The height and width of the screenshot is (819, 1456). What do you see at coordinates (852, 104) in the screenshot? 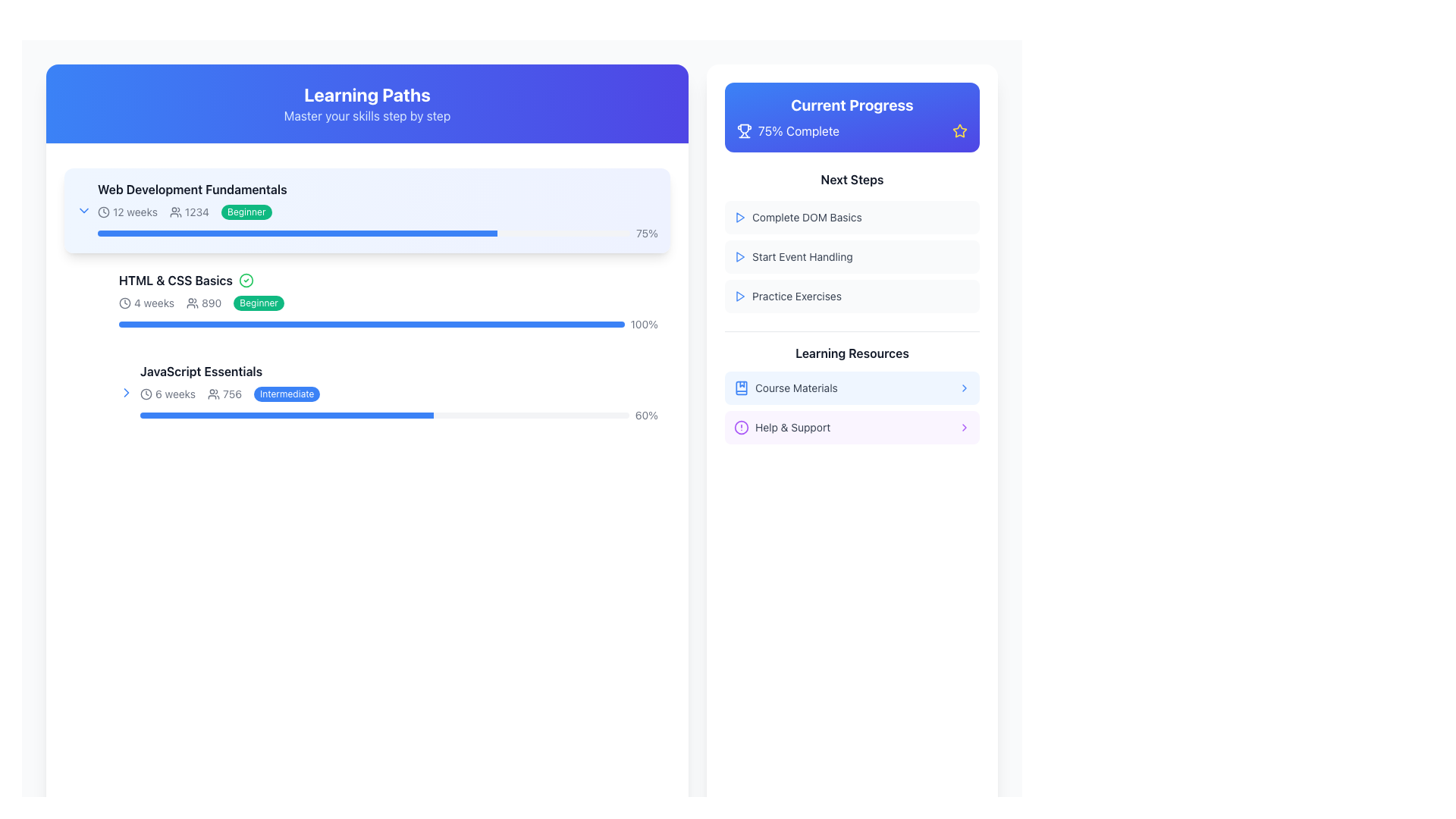
I see `the static text element labeled 'Current Progress', which is styled in bold white font on a gradient blue to indigo background at the top of the progress information card` at bounding box center [852, 104].